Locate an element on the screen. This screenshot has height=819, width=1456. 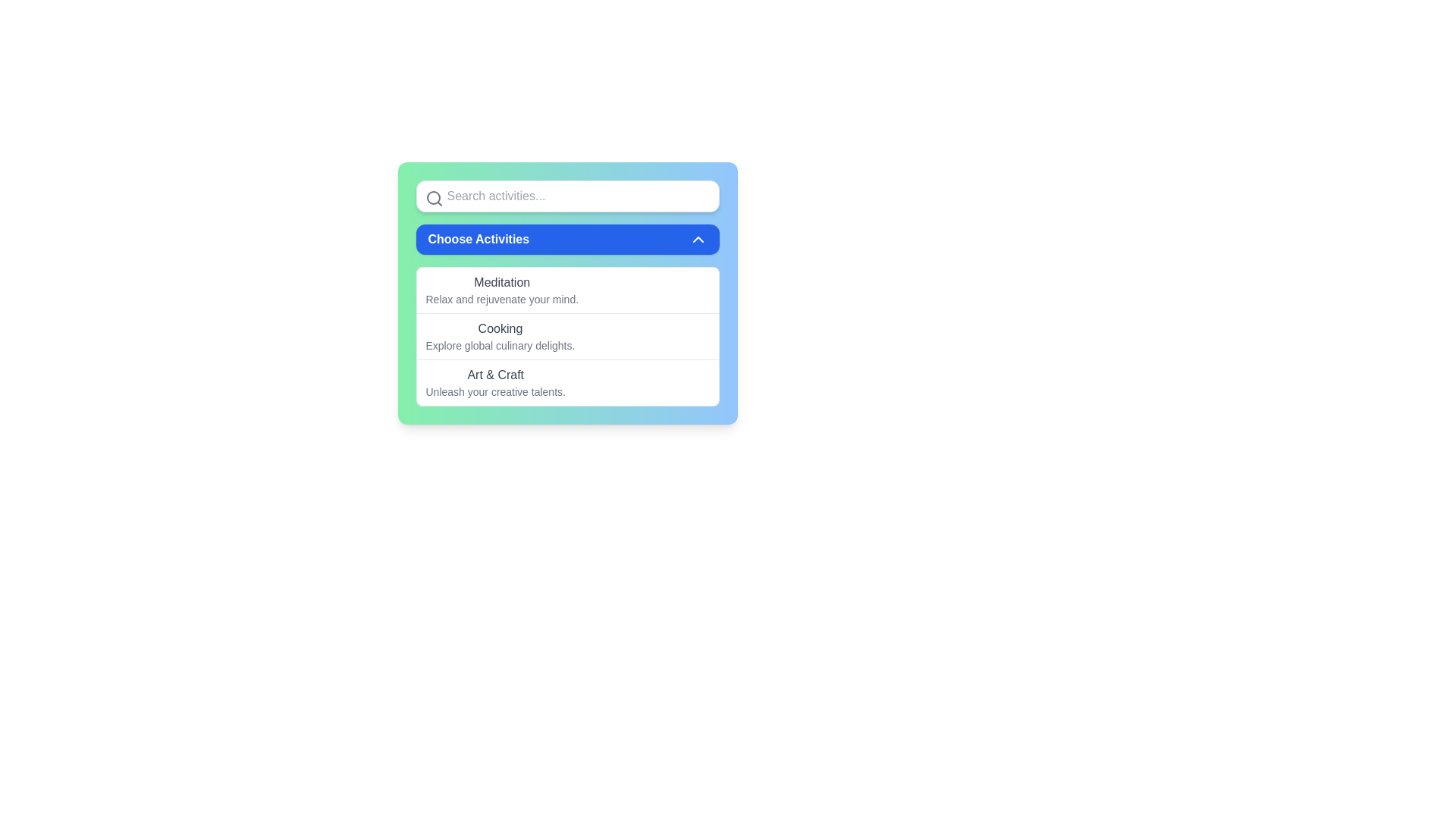
SVG circle element representing the inner part of the search icon for accessibility is located at coordinates (432, 197).